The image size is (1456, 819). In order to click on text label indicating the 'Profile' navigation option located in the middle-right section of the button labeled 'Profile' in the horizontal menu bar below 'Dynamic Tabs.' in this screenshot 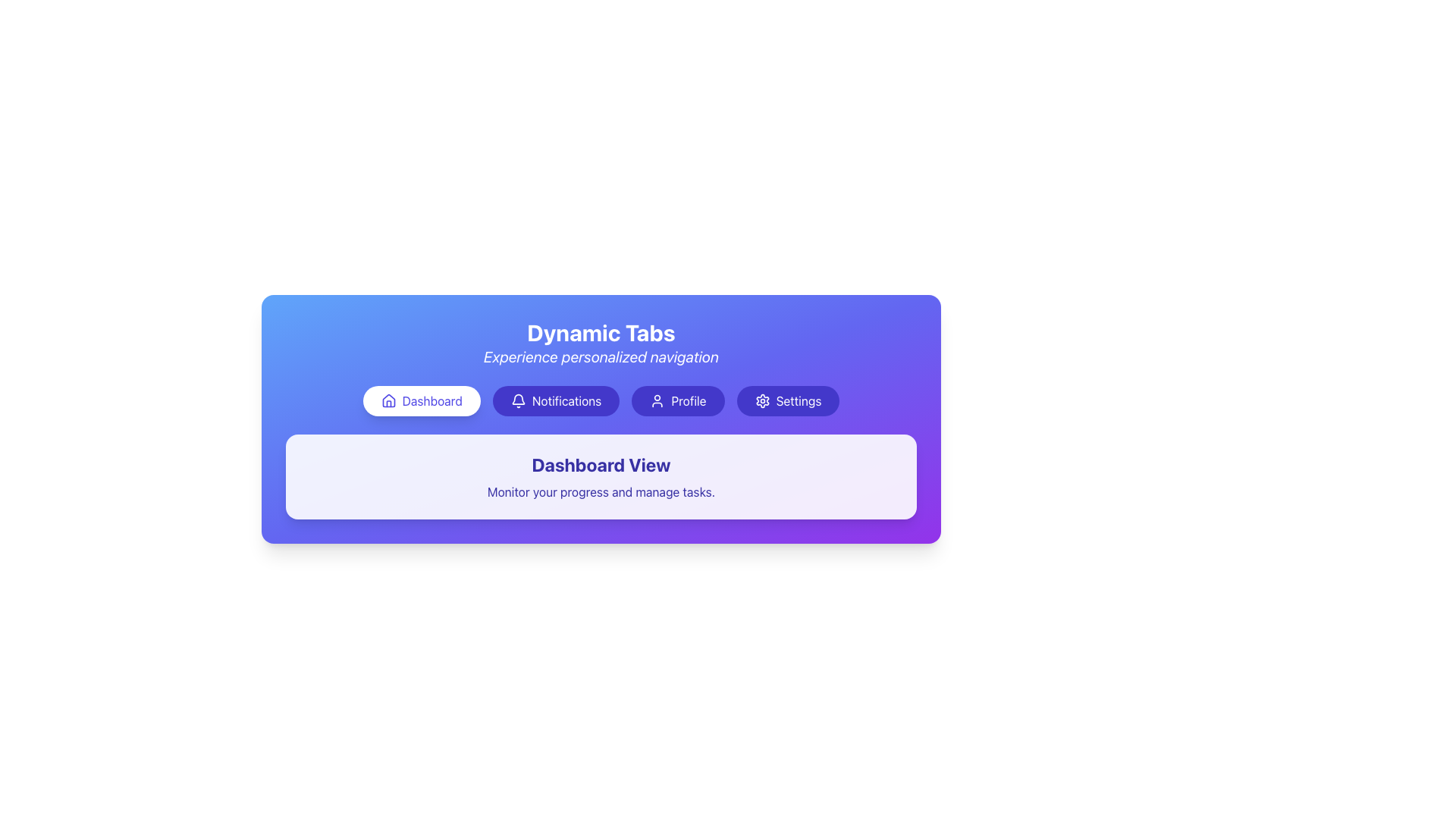, I will do `click(688, 400)`.